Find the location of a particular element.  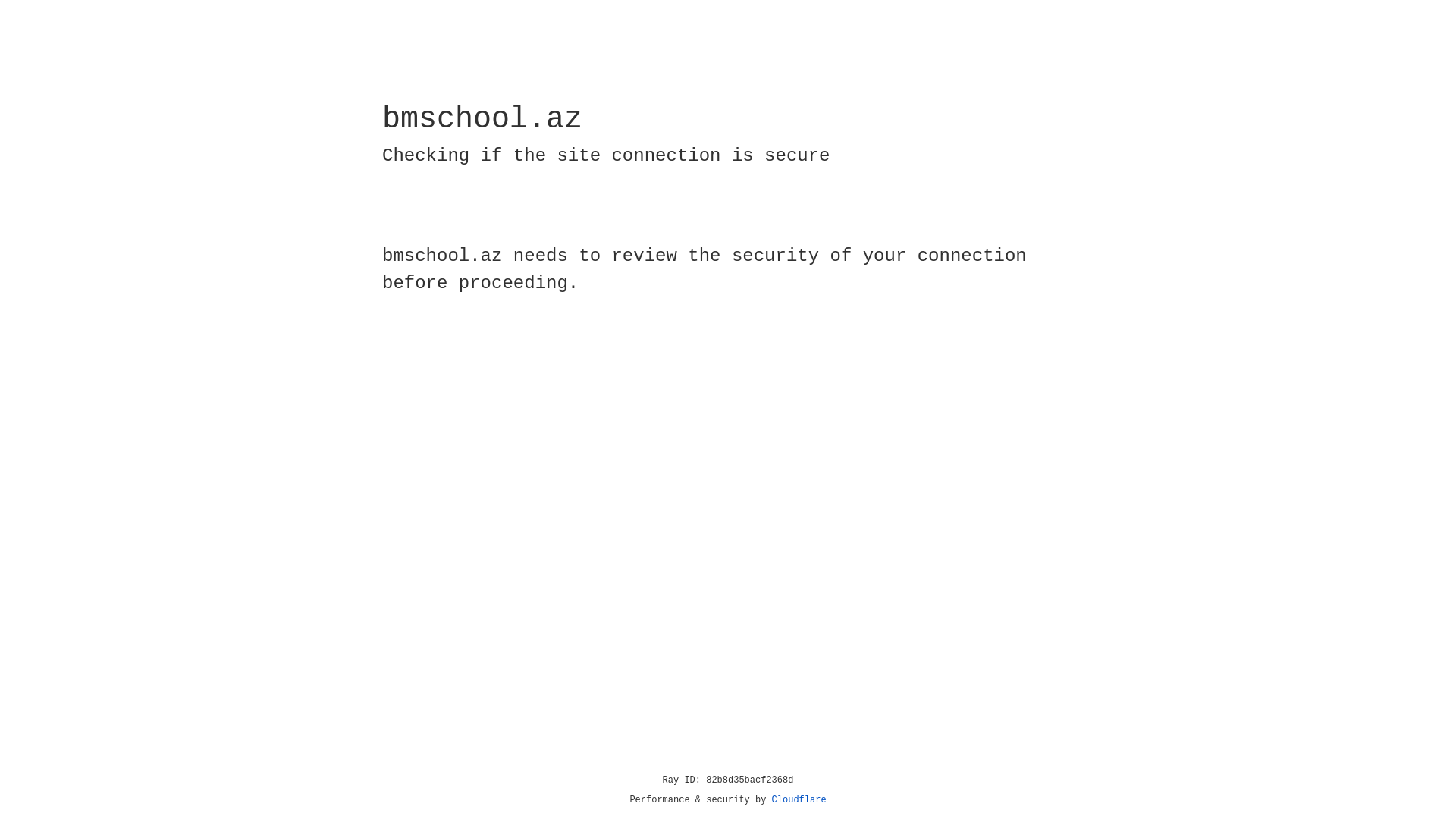

'Cloudflare' is located at coordinates (799, 799).